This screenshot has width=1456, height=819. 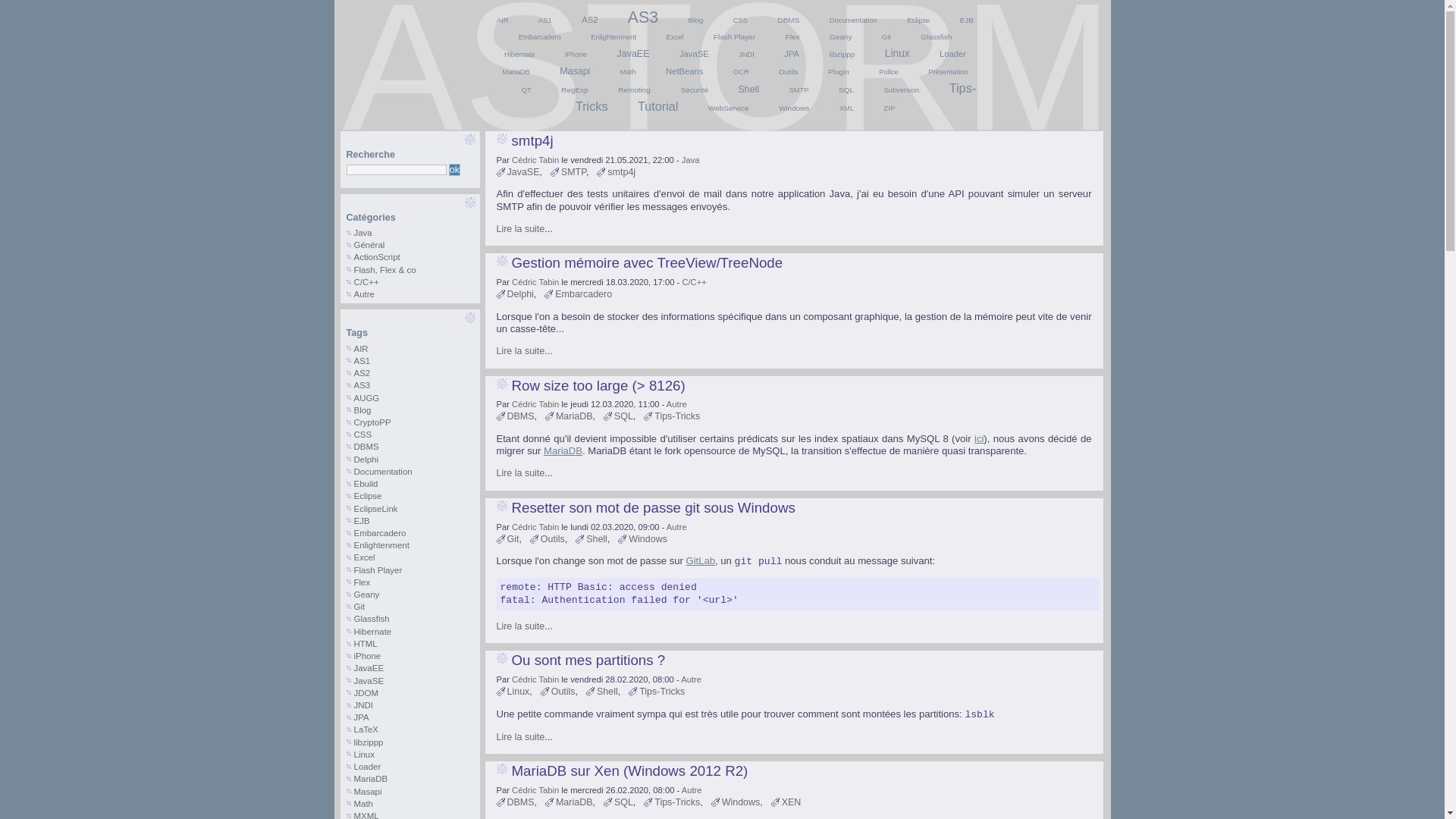 What do you see at coordinates (741, 801) in the screenshot?
I see `'Windows'` at bounding box center [741, 801].